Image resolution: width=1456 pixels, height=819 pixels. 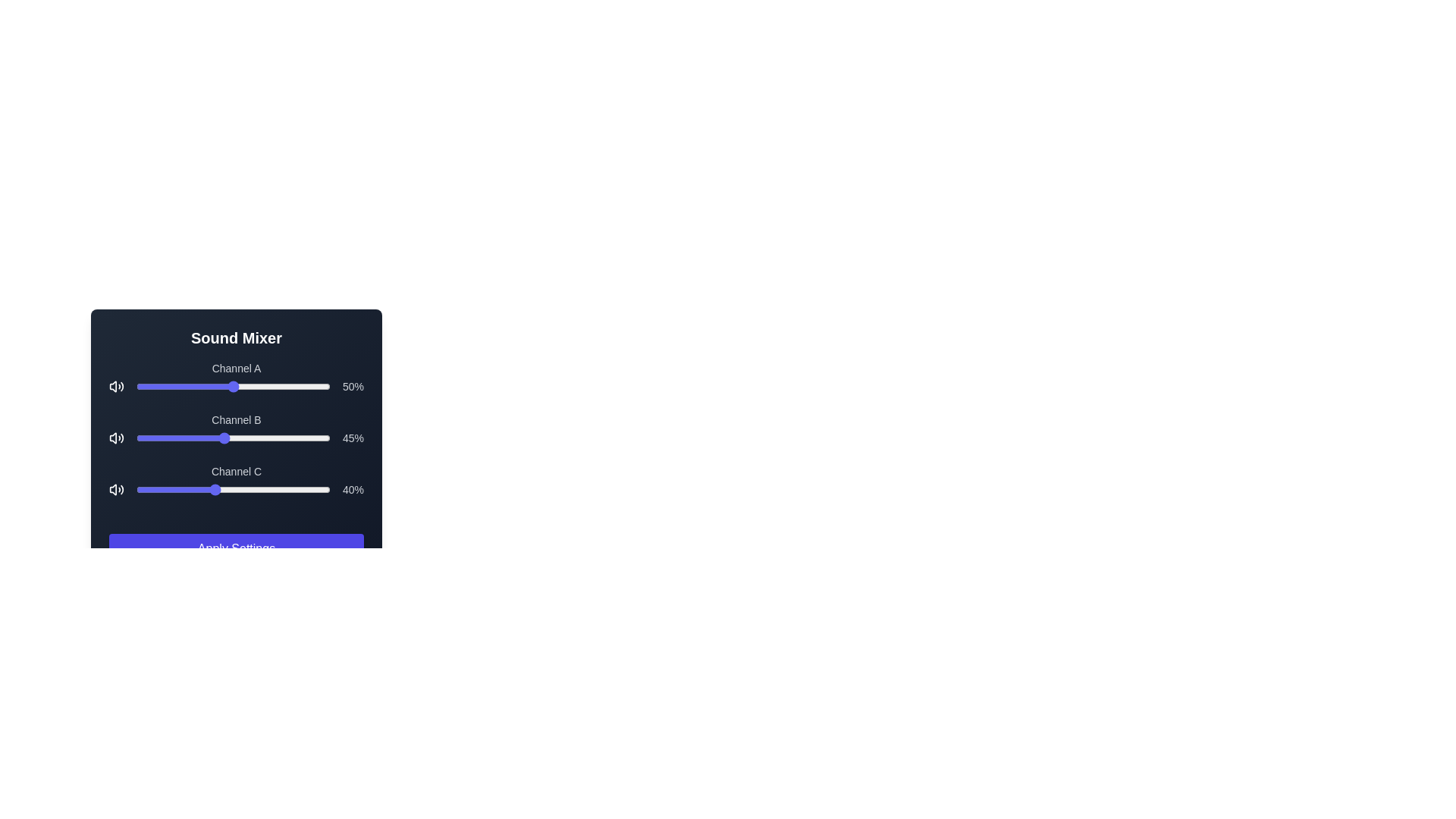 What do you see at coordinates (173, 385) in the screenshot?
I see `the volume` at bounding box center [173, 385].